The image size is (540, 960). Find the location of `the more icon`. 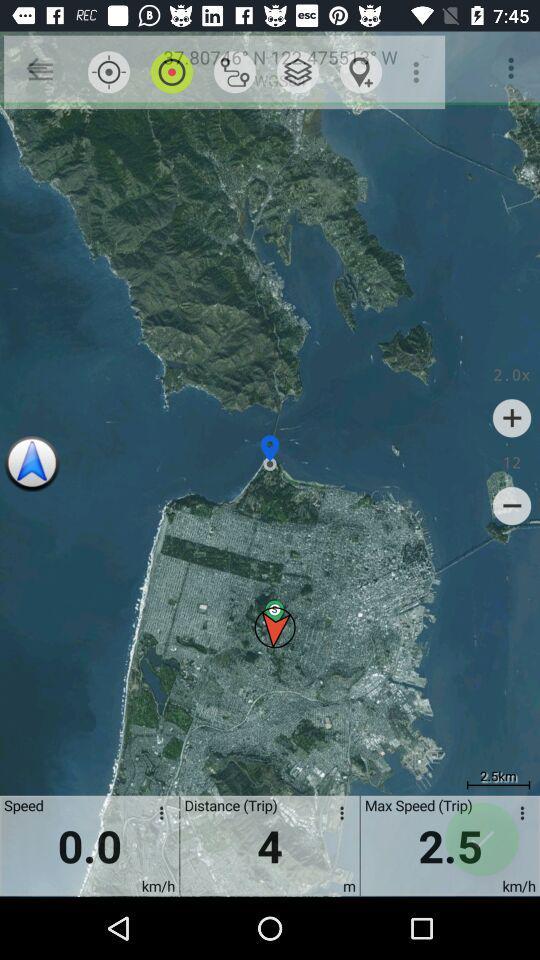

the more icon is located at coordinates (157, 816).